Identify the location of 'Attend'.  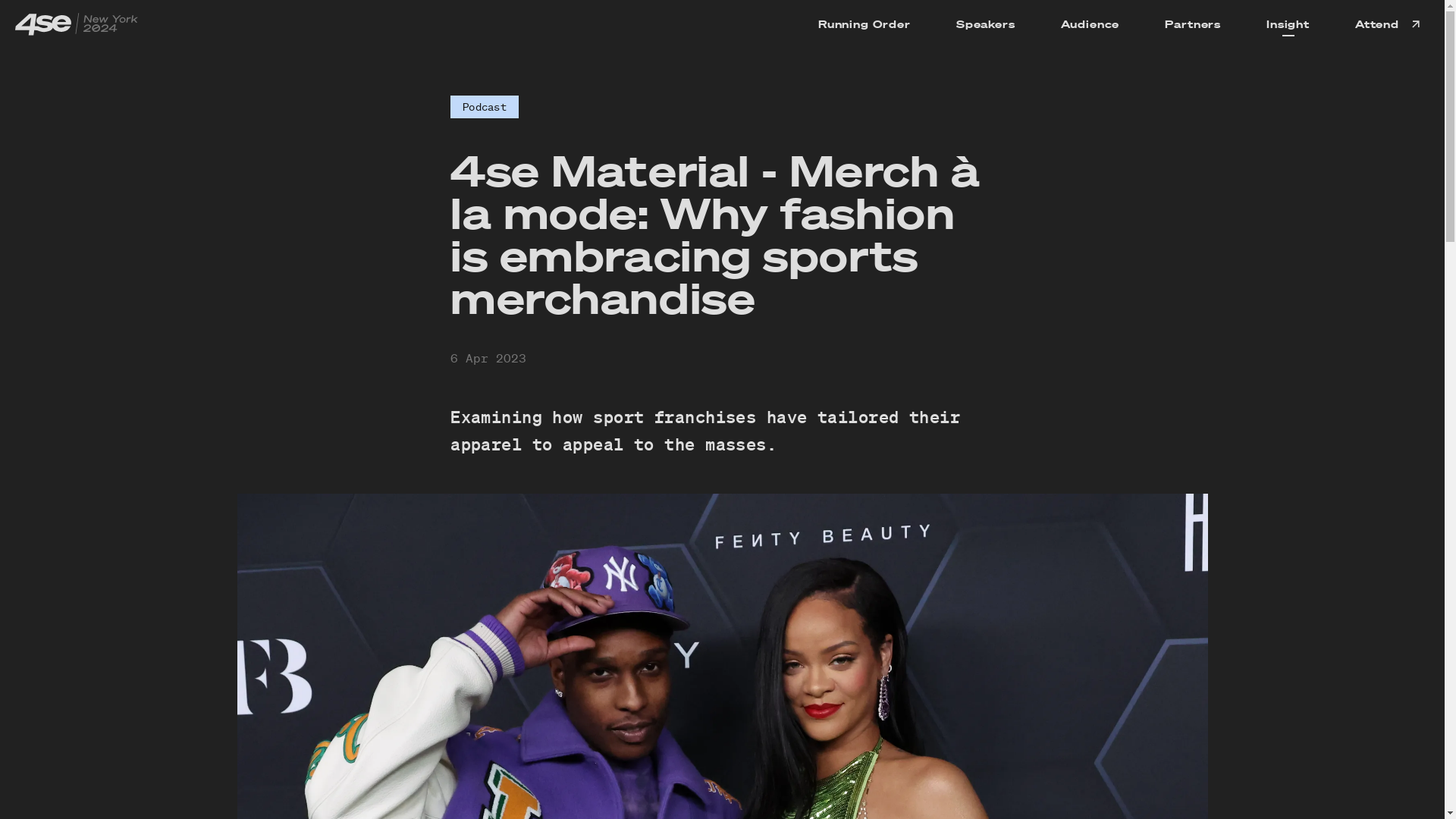
(1331, 24).